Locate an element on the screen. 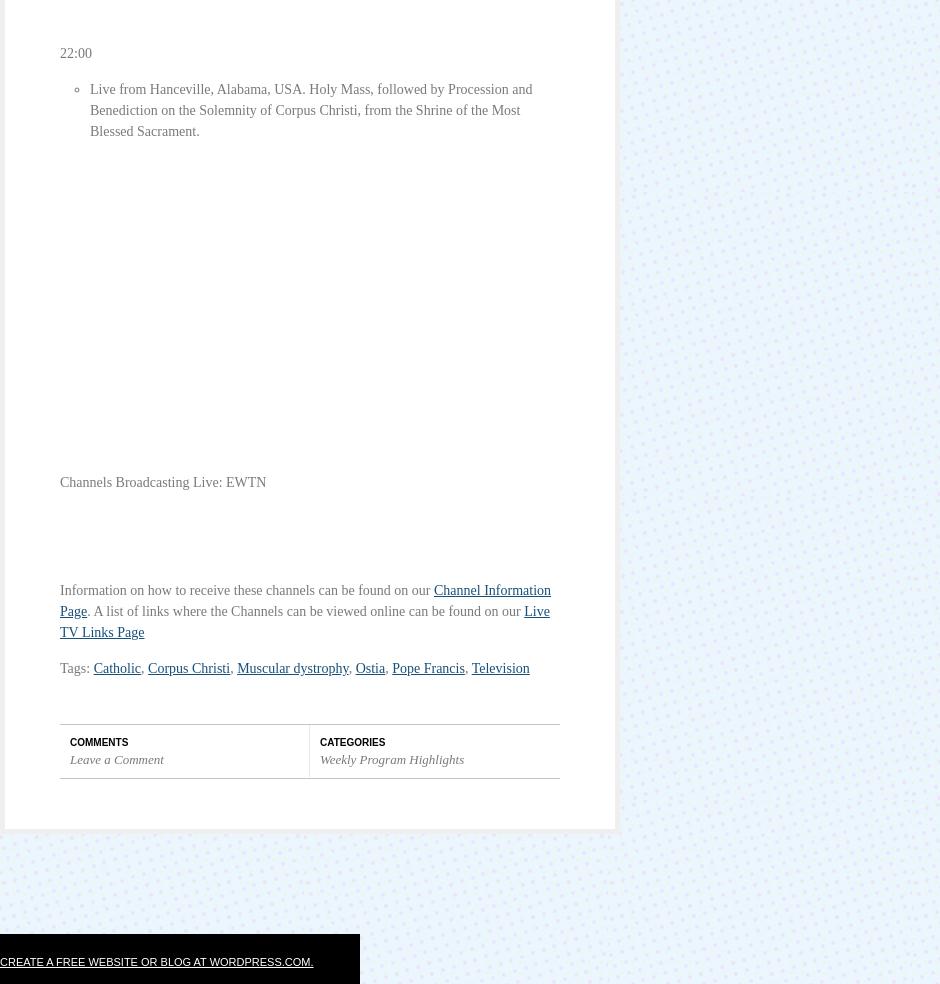 The height and width of the screenshot is (984, 940). 'Television' is located at coordinates (499, 668).